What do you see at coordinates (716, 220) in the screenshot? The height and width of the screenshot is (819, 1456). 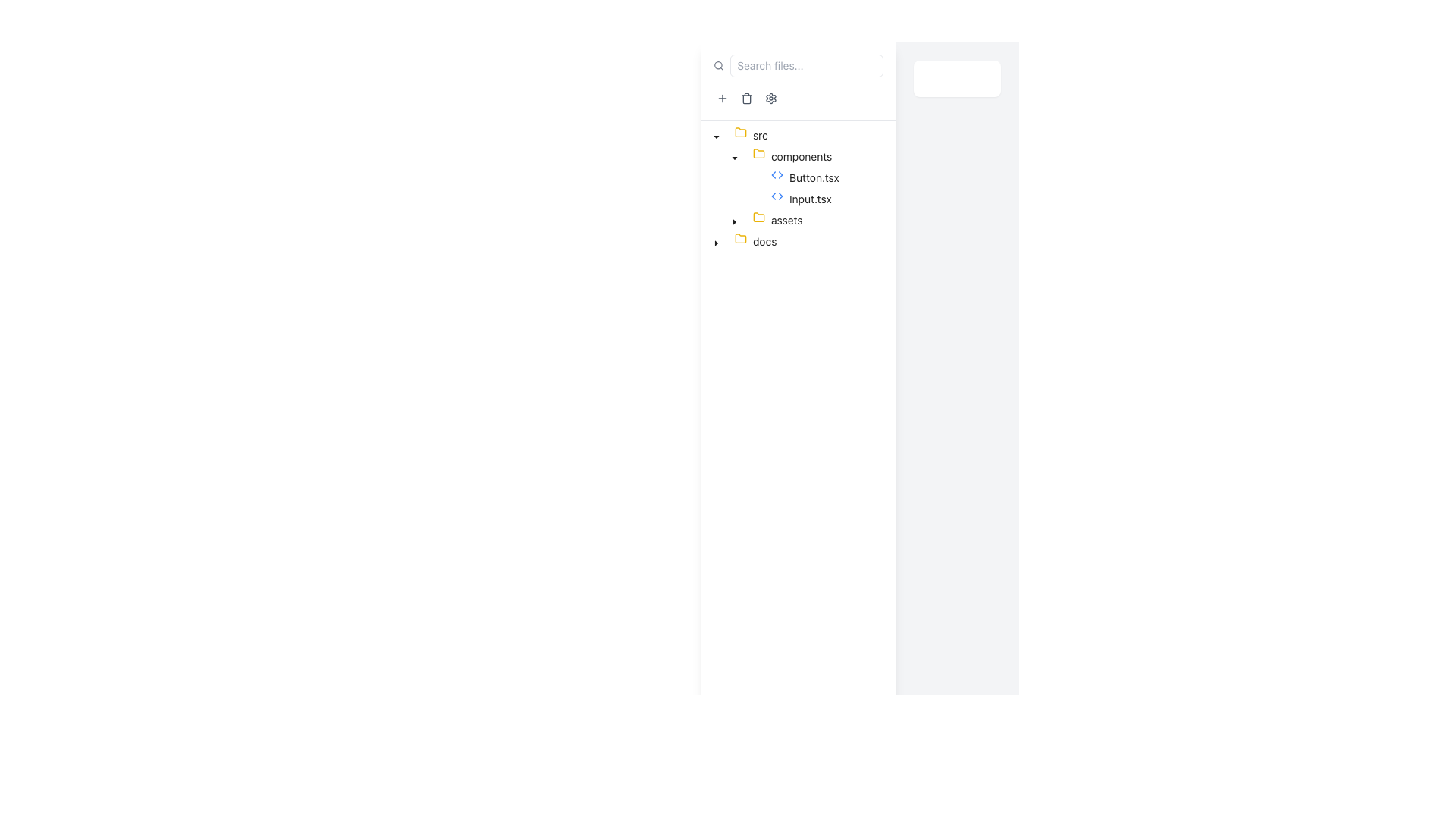 I see `the visual placeholder for indentation located at the leftmost part of the tree node labeled 'assets', which indicates its hierarchical nesting level` at bounding box center [716, 220].